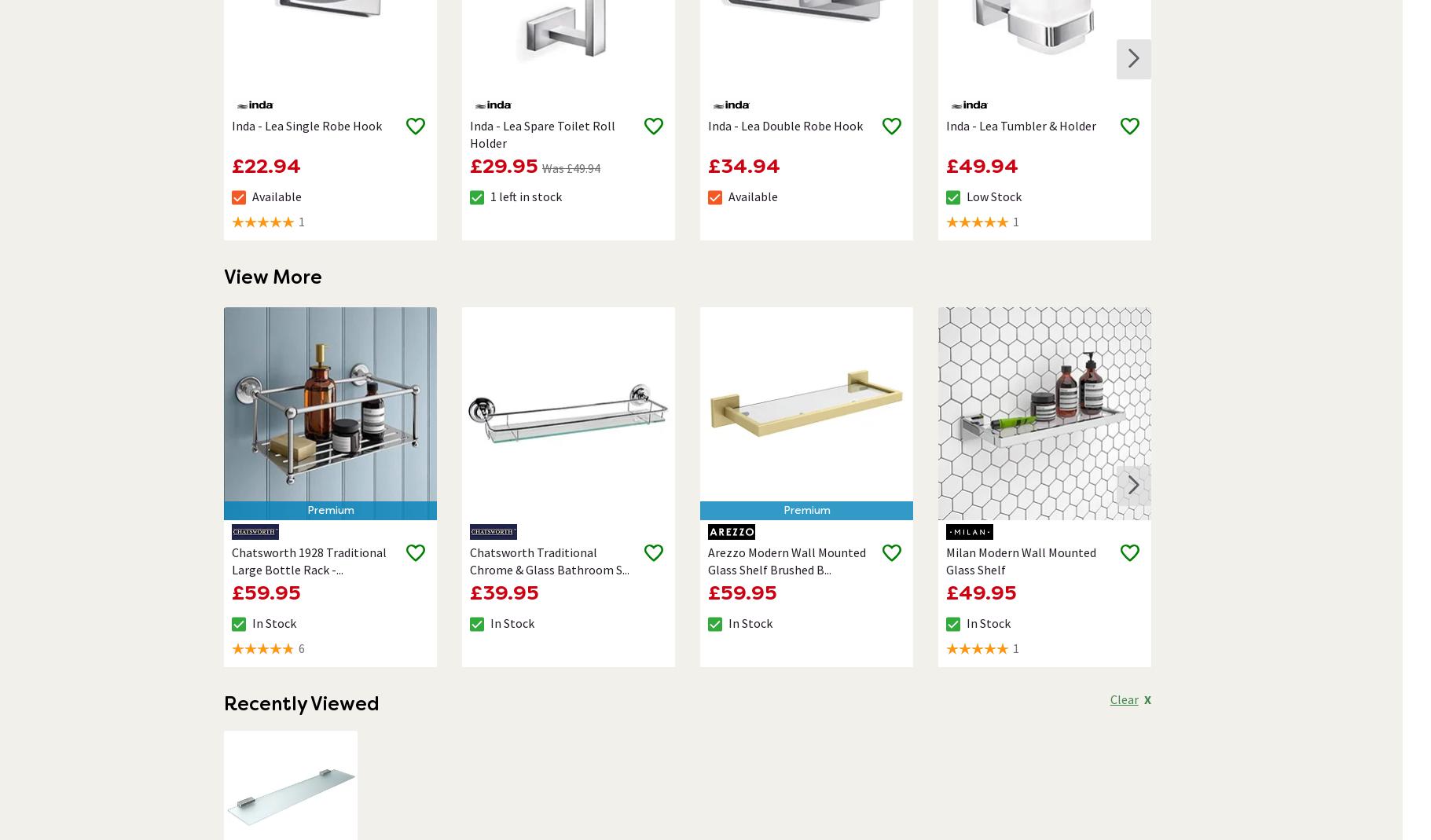  What do you see at coordinates (299, 702) in the screenshot?
I see `'Recently Viewed'` at bounding box center [299, 702].